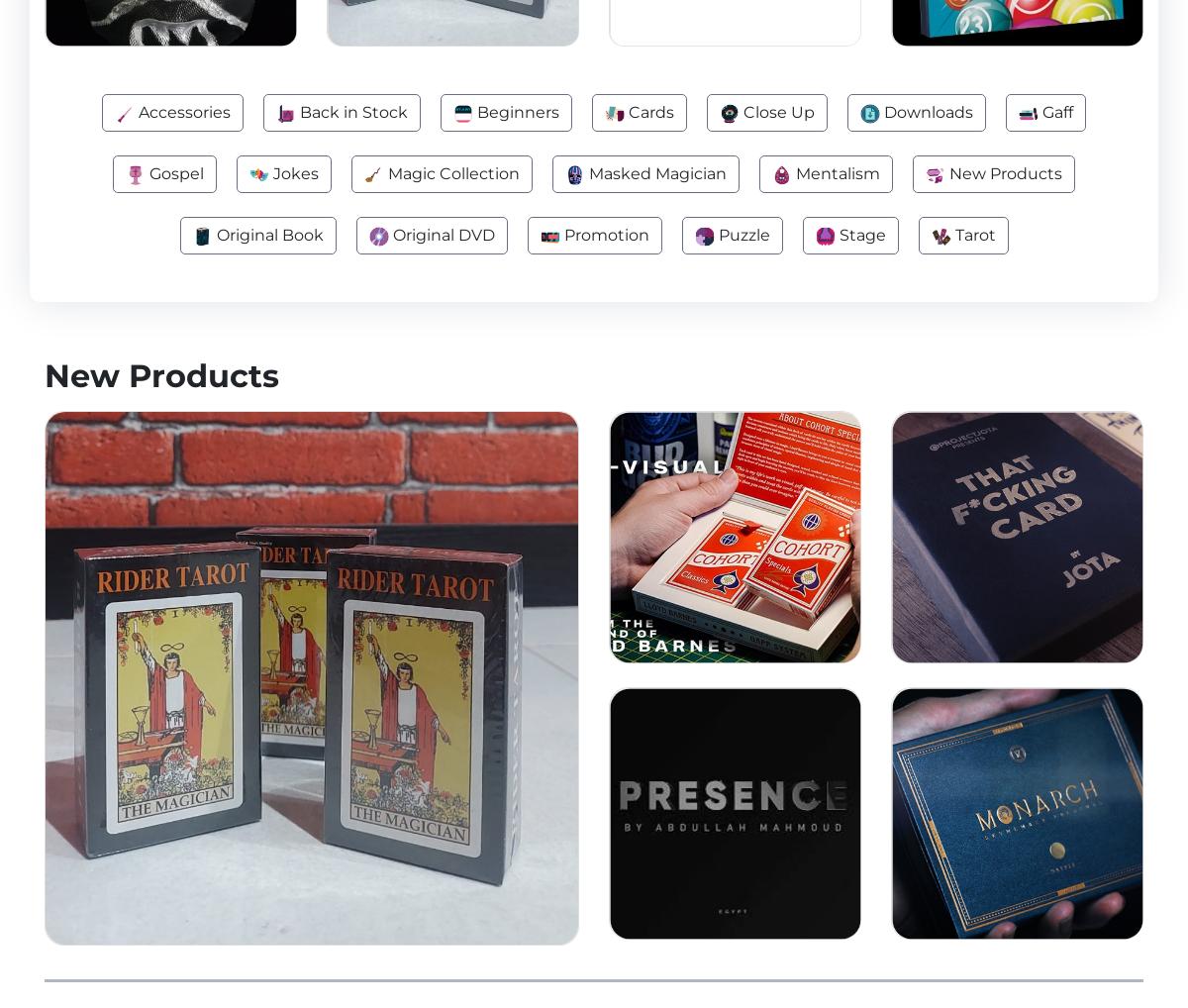  What do you see at coordinates (146, 173) in the screenshot?
I see `'Gospel'` at bounding box center [146, 173].